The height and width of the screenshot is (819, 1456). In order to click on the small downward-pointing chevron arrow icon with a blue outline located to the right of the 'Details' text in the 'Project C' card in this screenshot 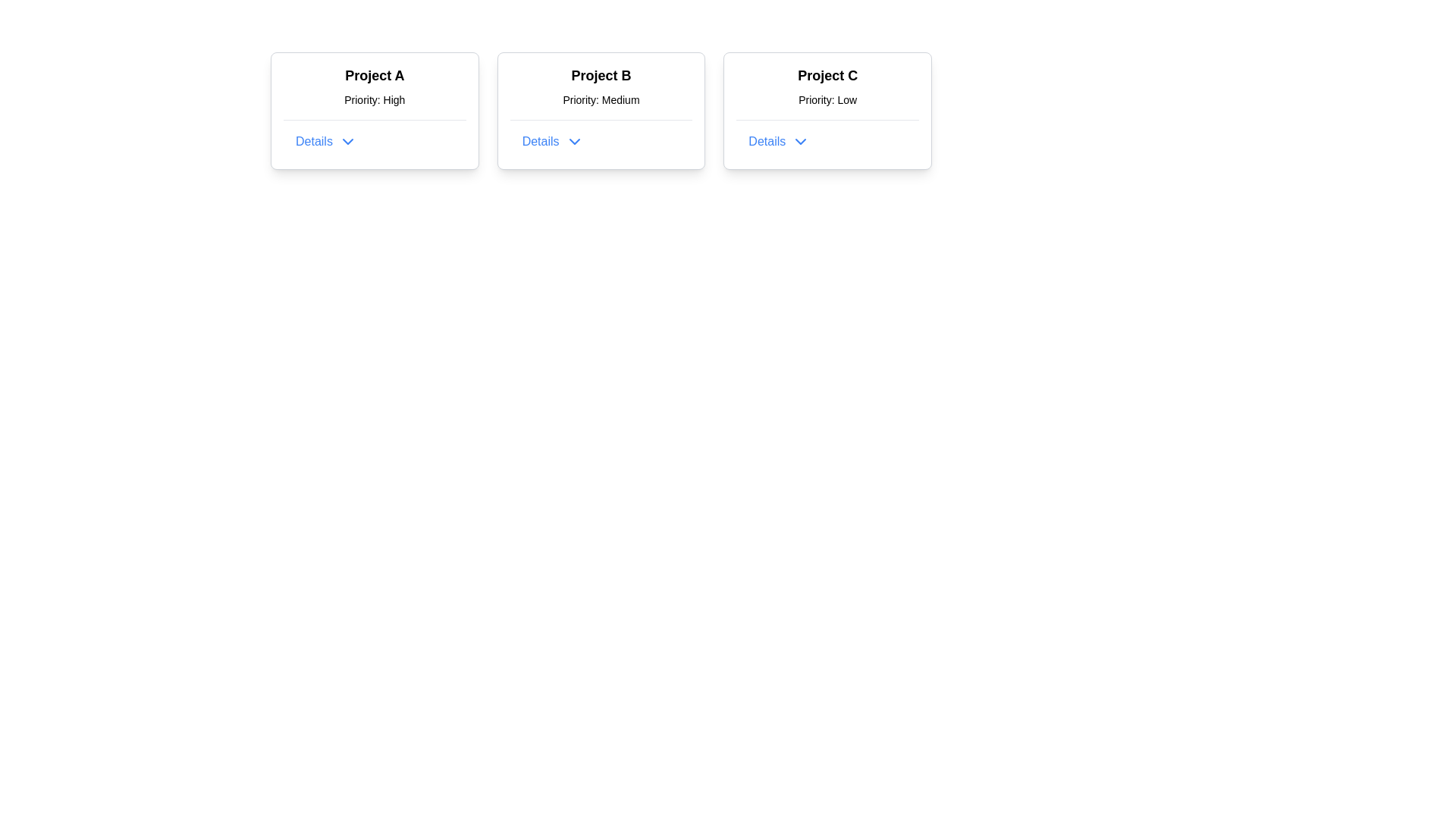, I will do `click(800, 141)`.